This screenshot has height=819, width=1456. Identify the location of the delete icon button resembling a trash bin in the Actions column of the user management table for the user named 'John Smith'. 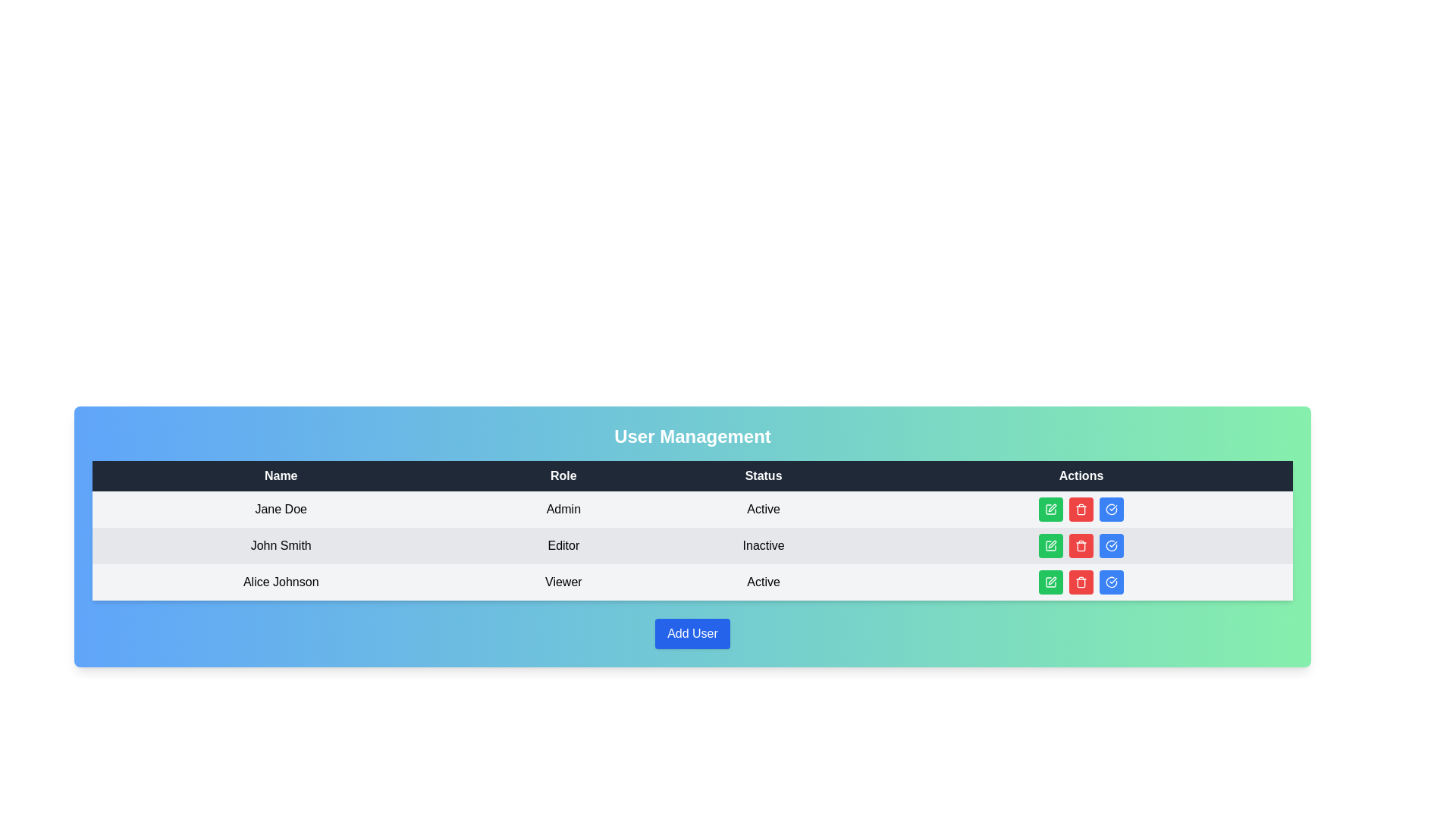
(1080, 509).